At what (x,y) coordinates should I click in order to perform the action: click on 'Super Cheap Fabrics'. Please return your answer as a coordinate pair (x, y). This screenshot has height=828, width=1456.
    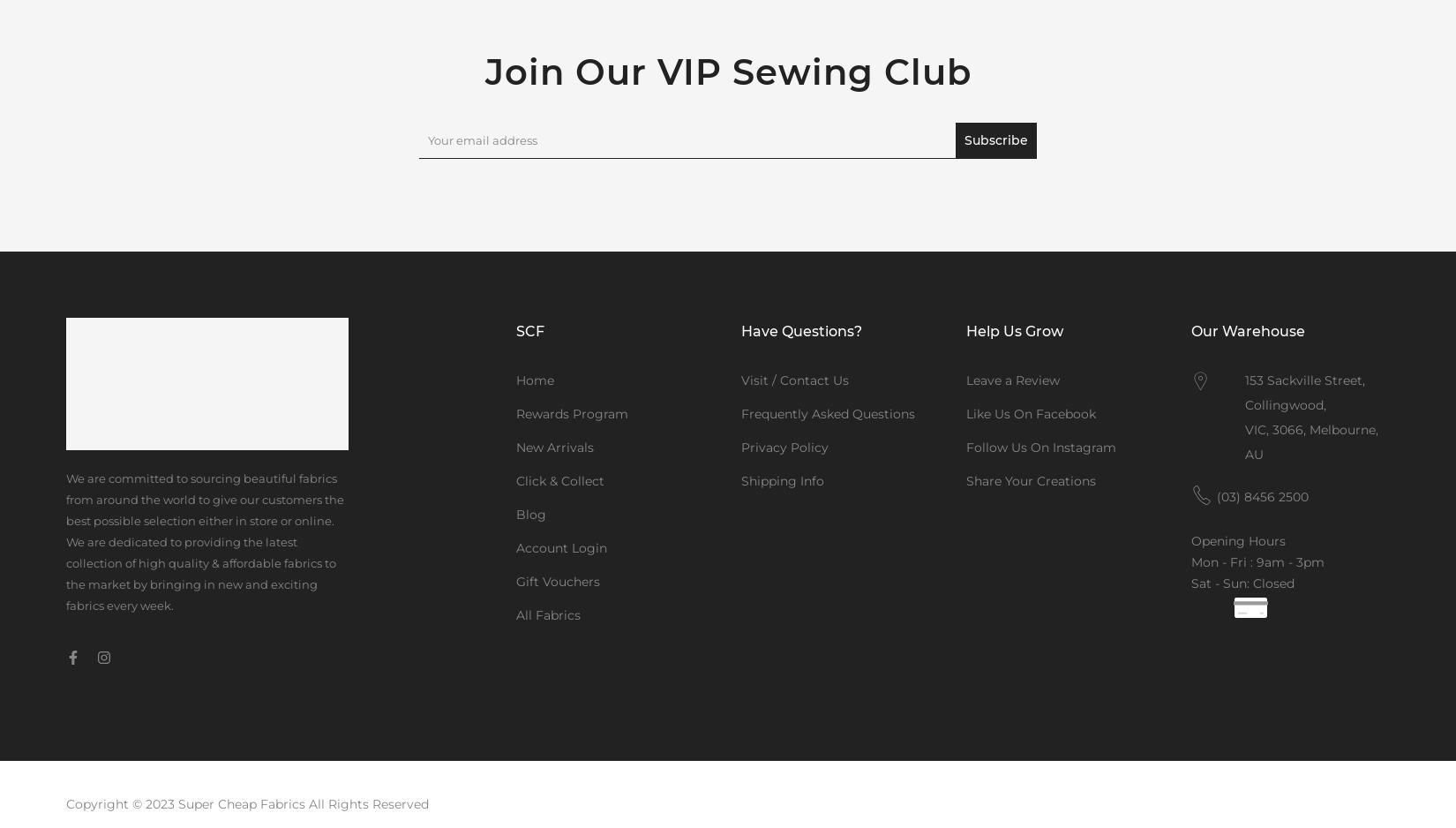
    Looking at the image, I should click on (244, 802).